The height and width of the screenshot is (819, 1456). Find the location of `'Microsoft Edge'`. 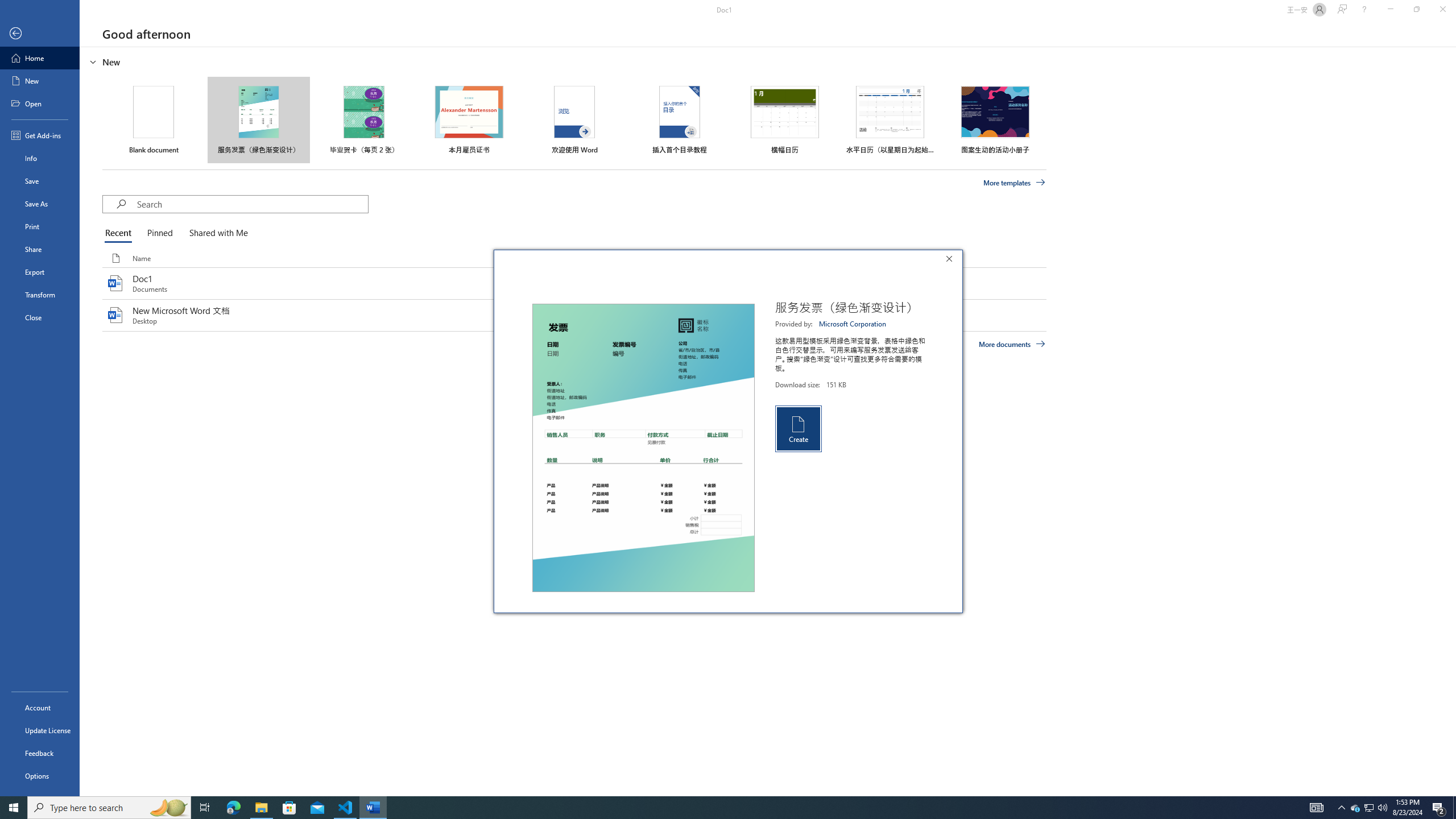

'Microsoft Edge' is located at coordinates (233, 806).